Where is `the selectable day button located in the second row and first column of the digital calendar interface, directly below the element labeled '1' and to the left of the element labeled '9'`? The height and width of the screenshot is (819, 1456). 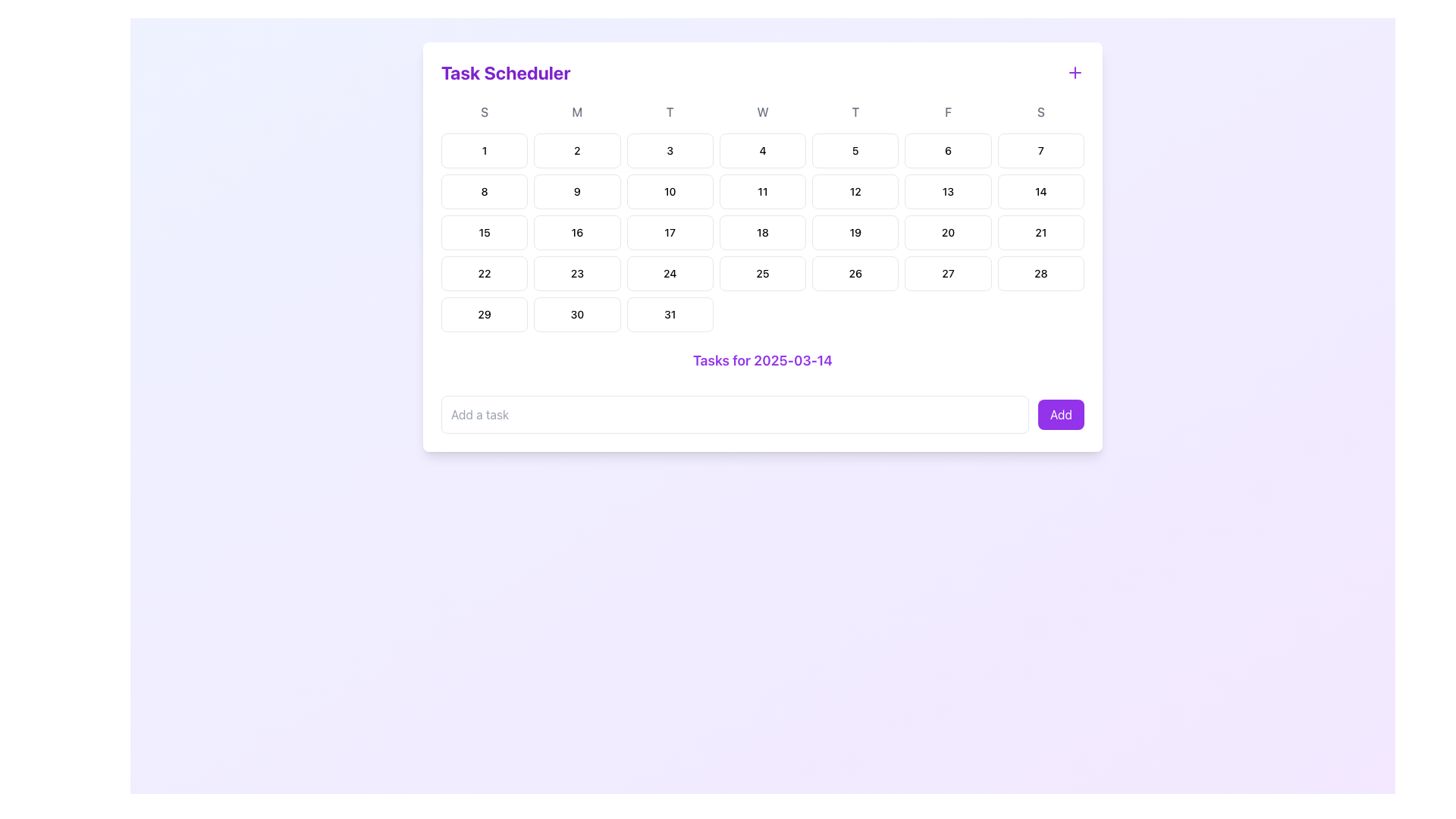
the selectable day button located in the second row and first column of the digital calendar interface, directly below the element labeled '1' and to the left of the element labeled '9' is located at coordinates (484, 191).